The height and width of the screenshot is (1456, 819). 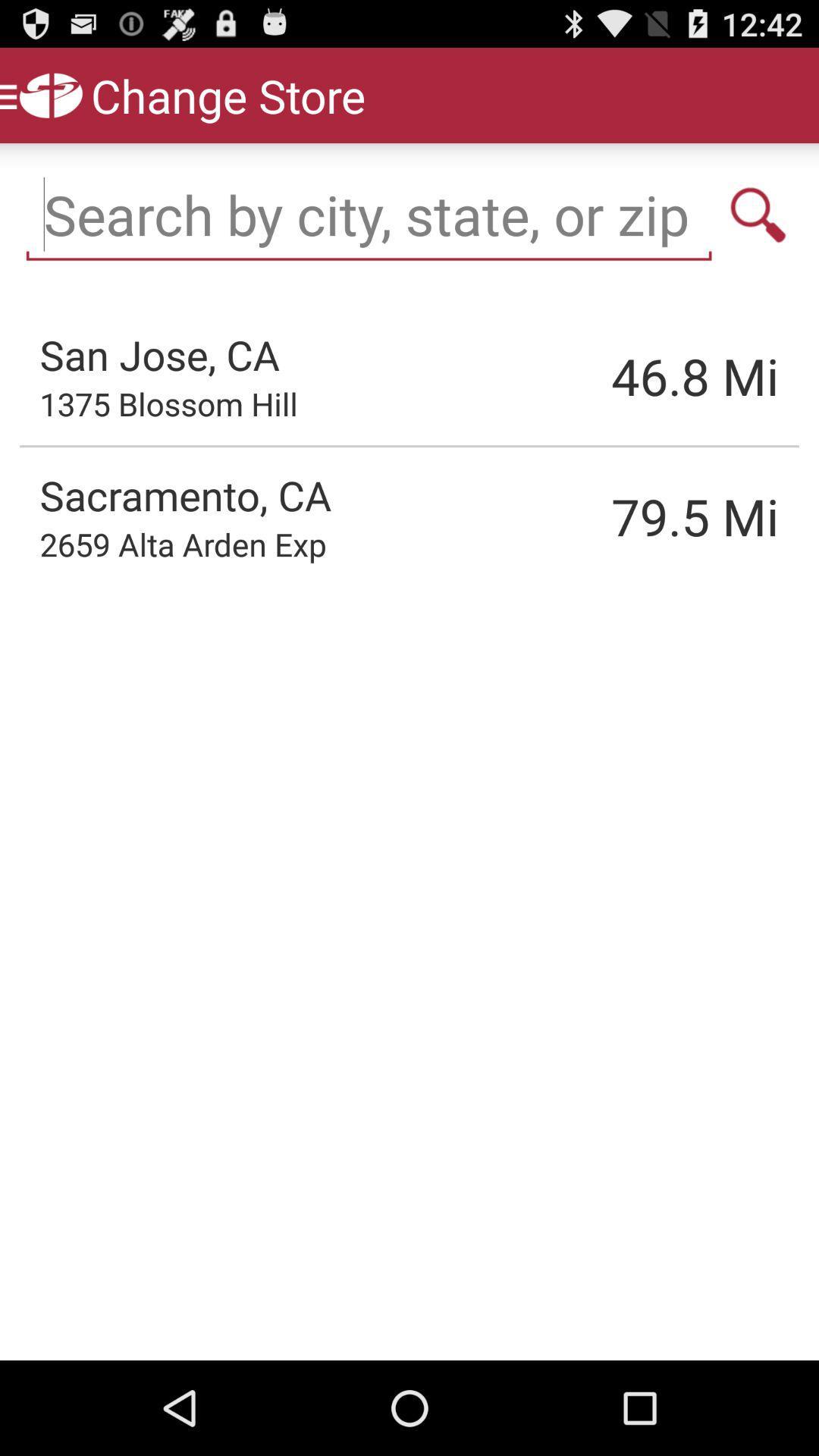 I want to click on keywords to search, so click(x=369, y=214).